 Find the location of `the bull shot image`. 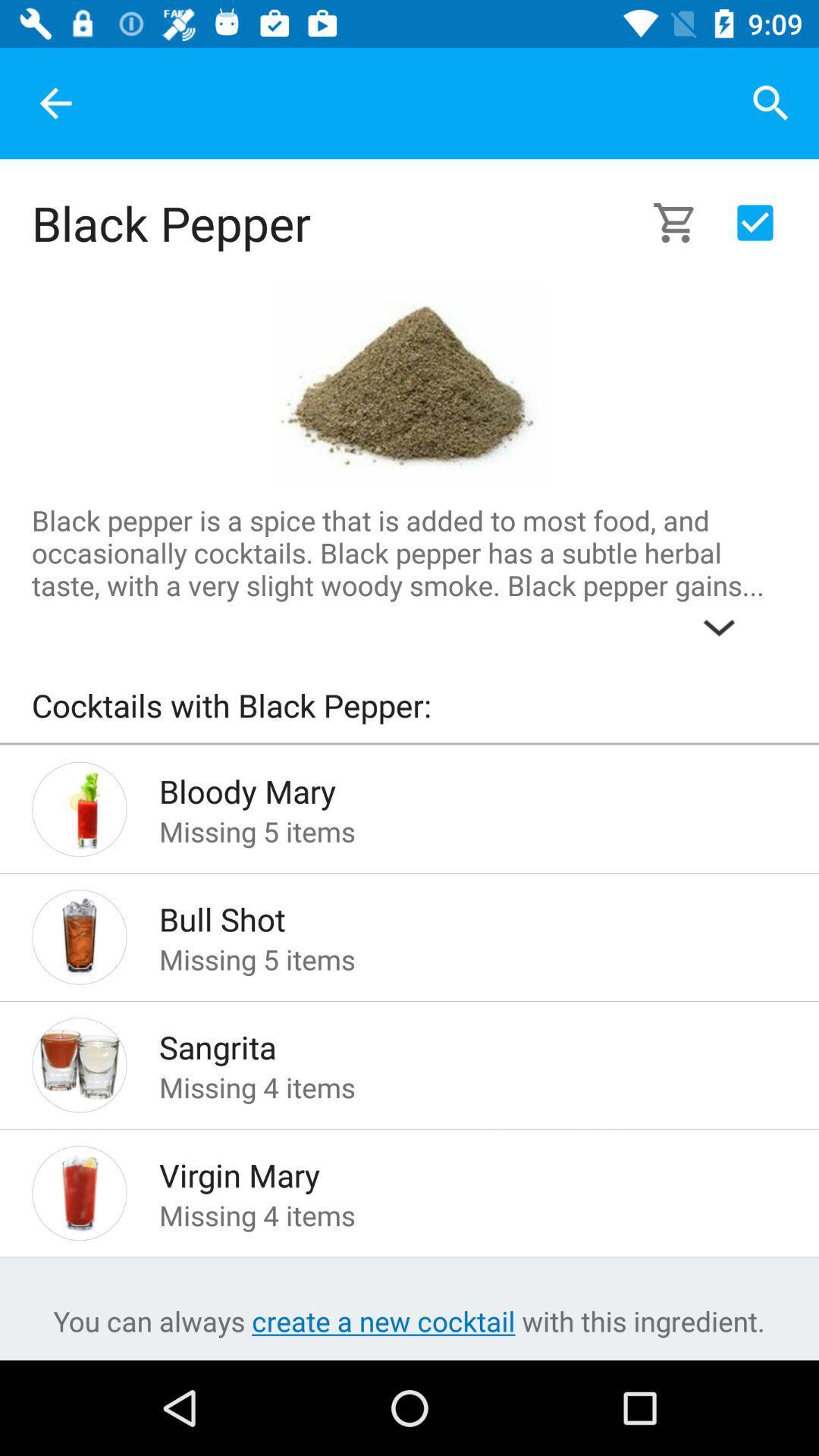

the bull shot image is located at coordinates (79, 936).